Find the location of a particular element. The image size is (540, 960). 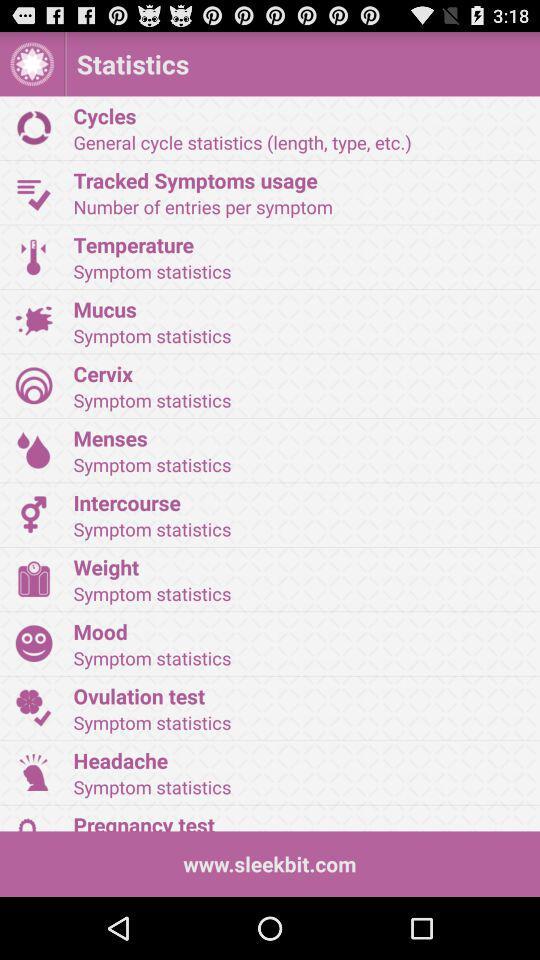

the icon of cervix is located at coordinates (33, 384).